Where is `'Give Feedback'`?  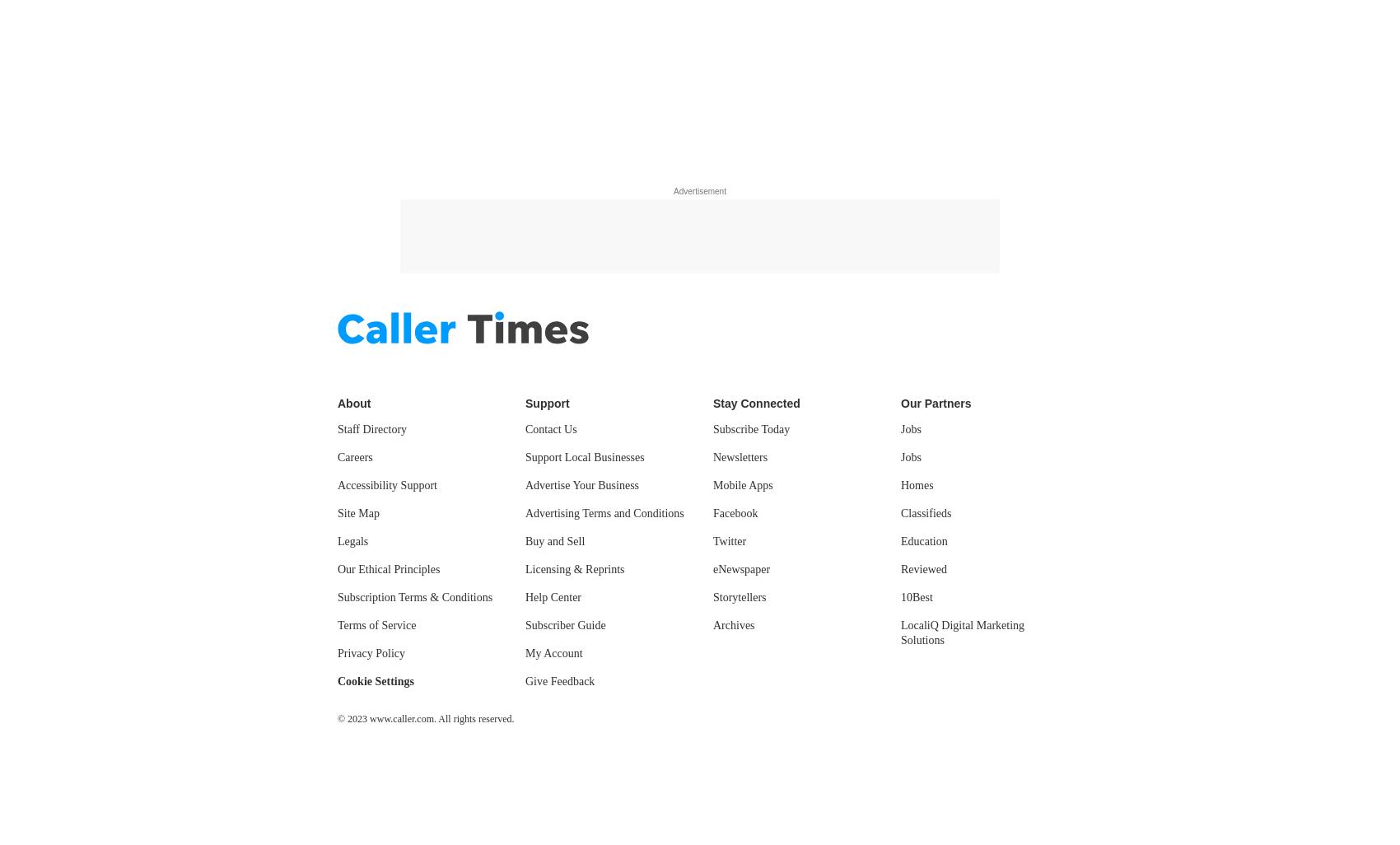 'Give Feedback' is located at coordinates (560, 681).